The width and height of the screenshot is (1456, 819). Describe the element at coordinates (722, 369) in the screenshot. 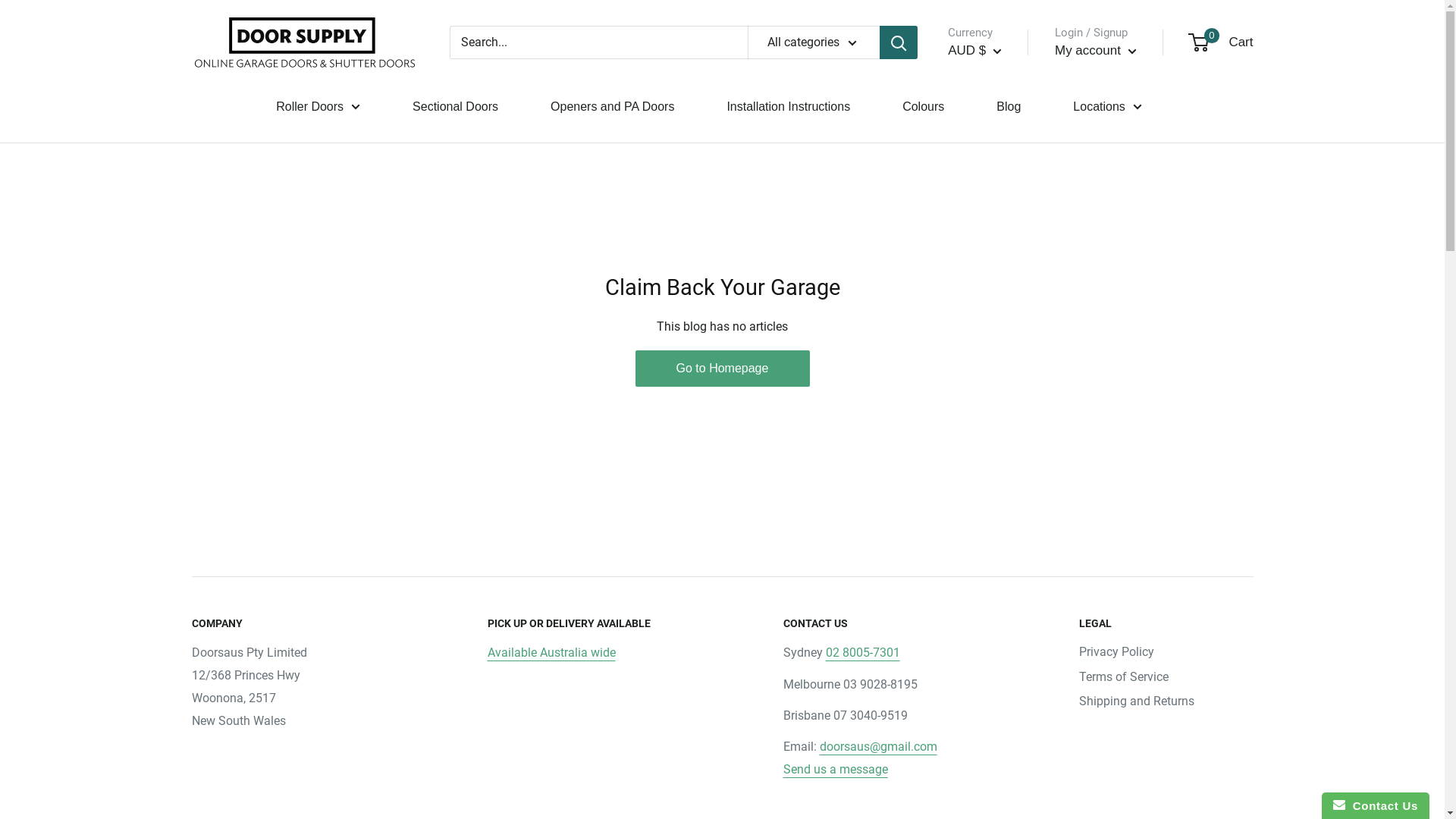

I see `'Go to Homepage'` at that location.